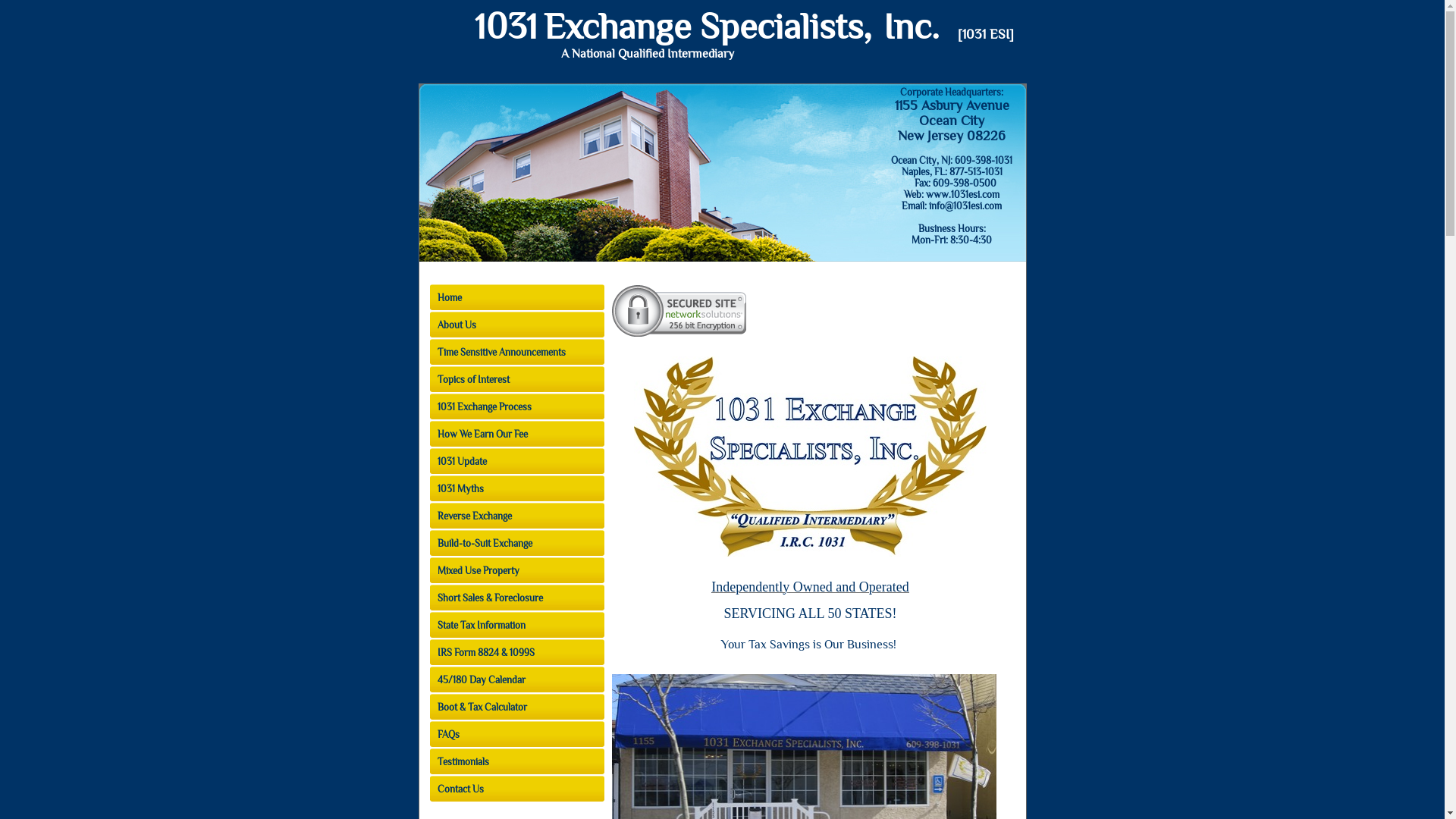 This screenshot has width=1456, height=819. What do you see at coordinates (428, 625) in the screenshot?
I see `'State Tax Information'` at bounding box center [428, 625].